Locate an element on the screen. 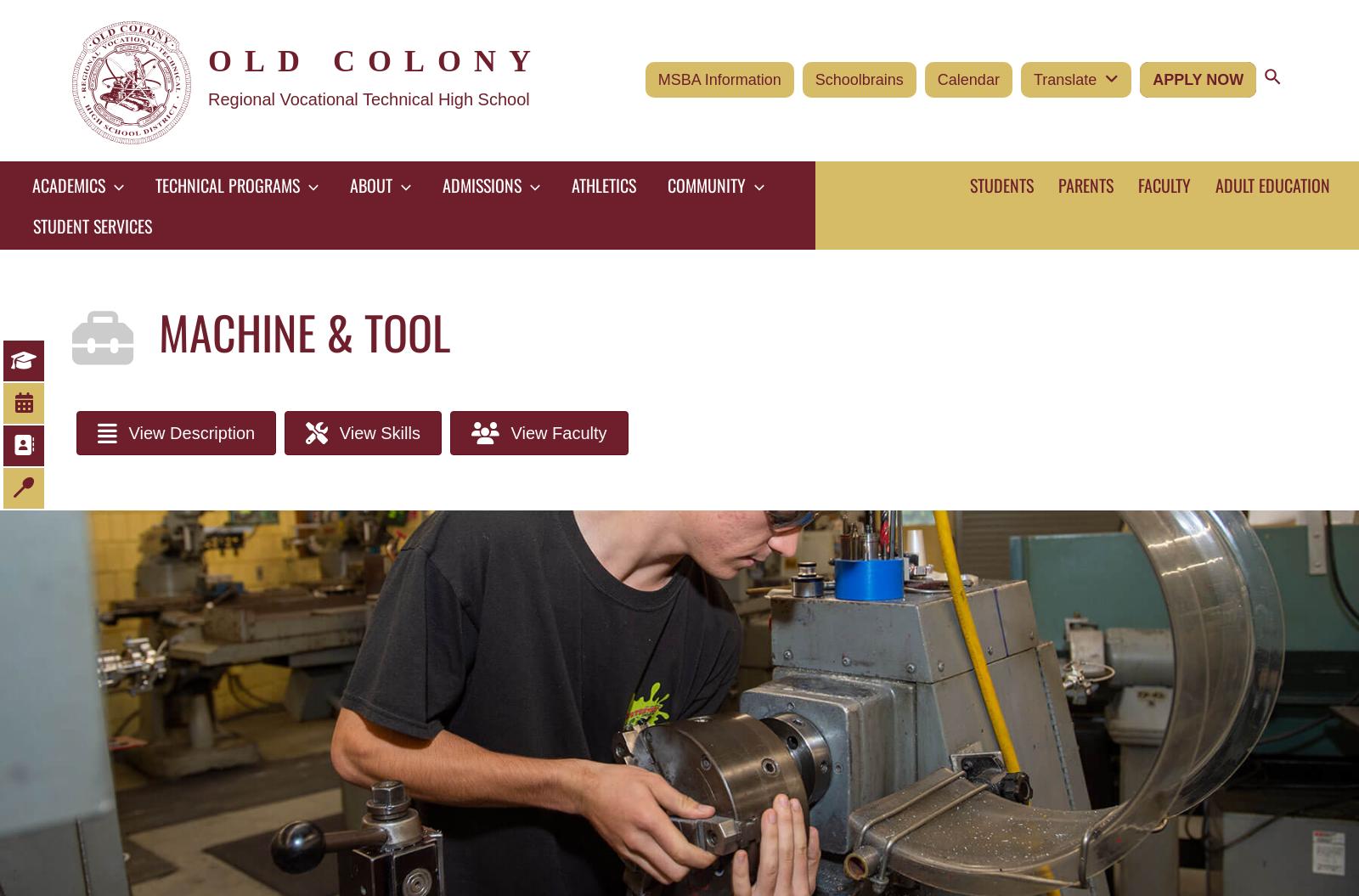 The width and height of the screenshot is (1359, 896). 'View Description' is located at coordinates (191, 432).